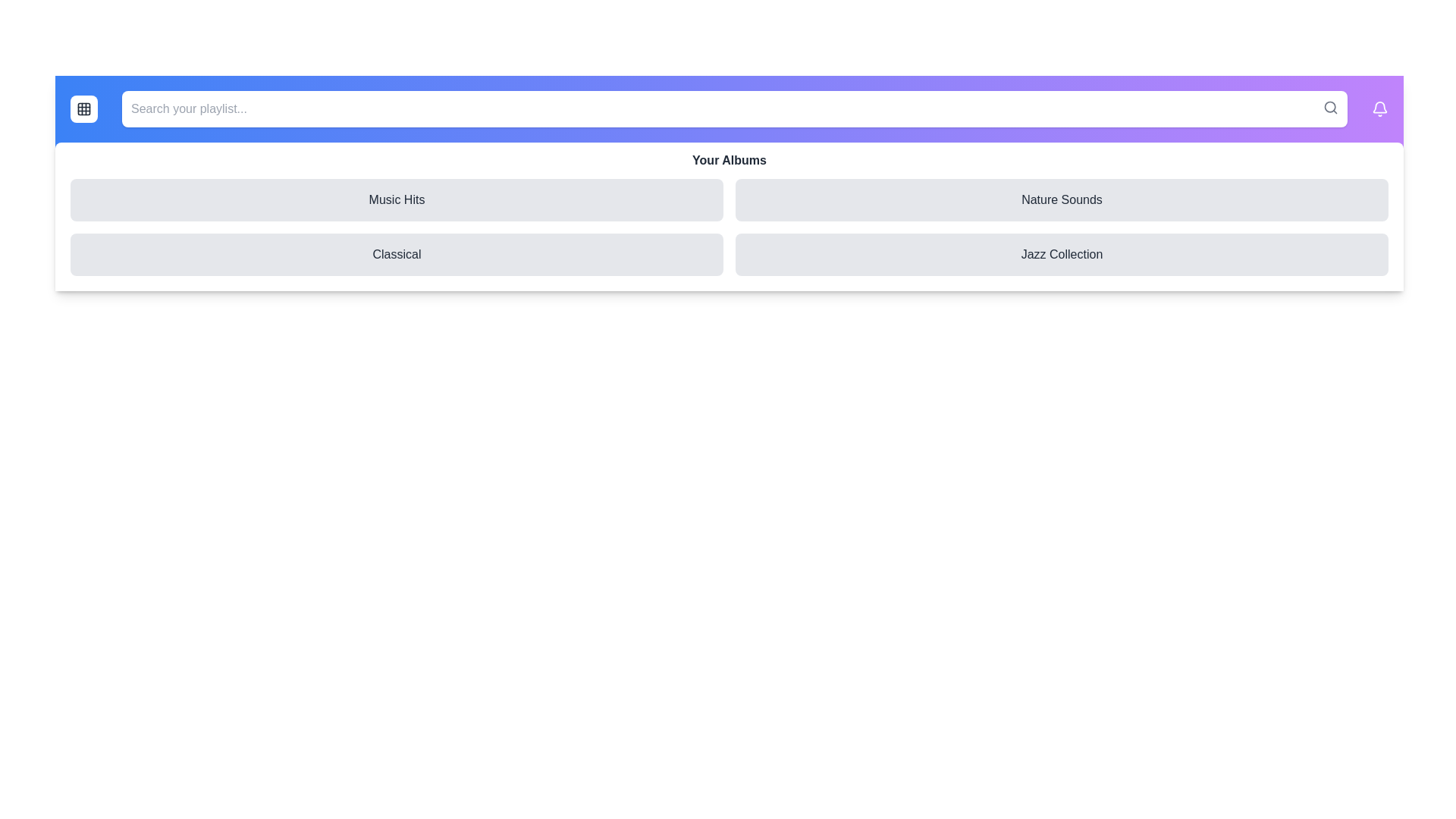 Image resolution: width=1456 pixels, height=819 pixels. What do you see at coordinates (397, 253) in the screenshot?
I see `the album item Classical from the menu` at bounding box center [397, 253].